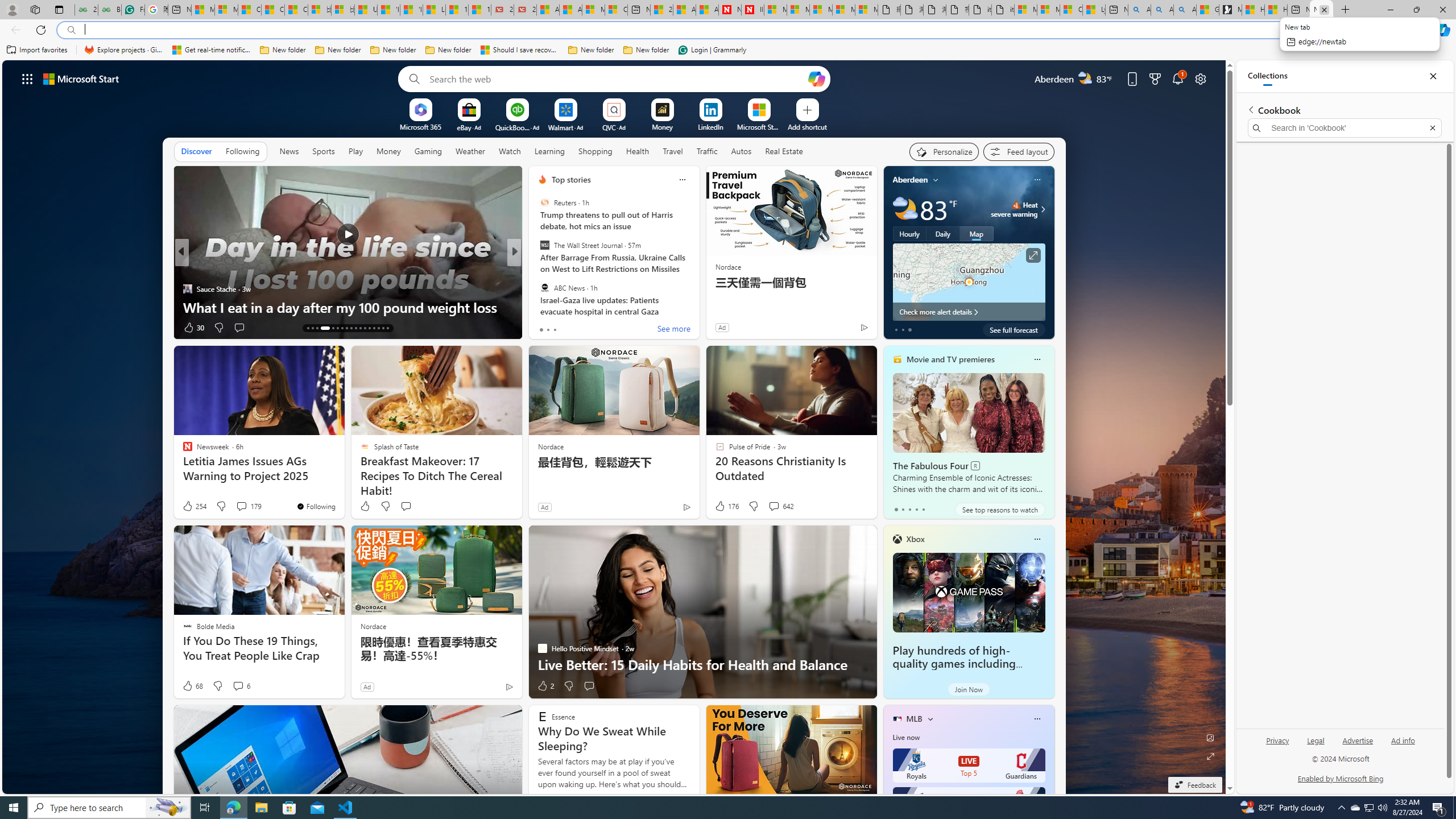 Image resolution: width=1456 pixels, height=819 pixels. What do you see at coordinates (1014, 209) in the screenshot?
I see `'Heat - Severe Heat severe warning'` at bounding box center [1014, 209].